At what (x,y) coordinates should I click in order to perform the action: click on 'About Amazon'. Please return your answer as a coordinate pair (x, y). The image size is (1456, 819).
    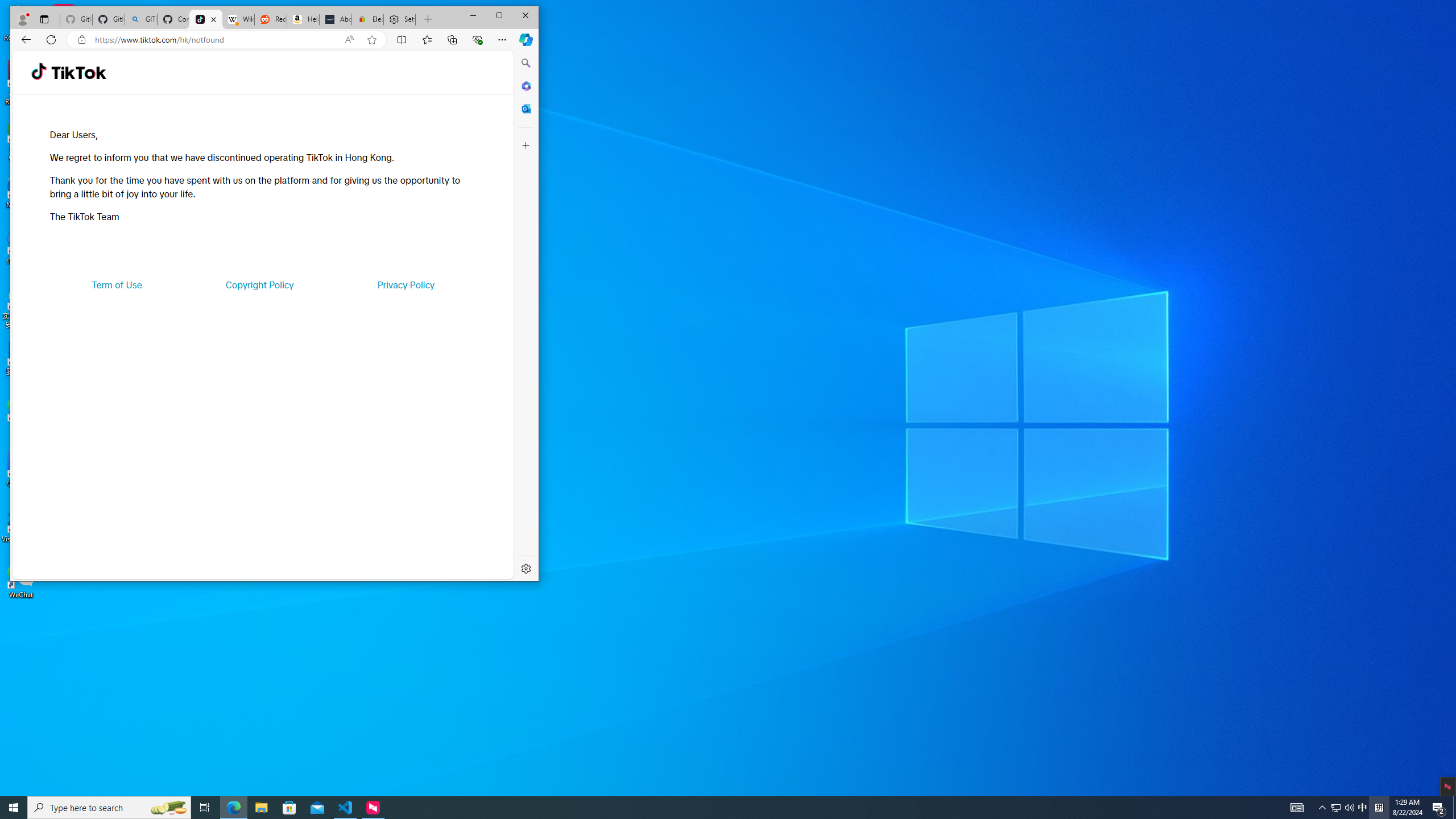
    Looking at the image, I should click on (336, 19).